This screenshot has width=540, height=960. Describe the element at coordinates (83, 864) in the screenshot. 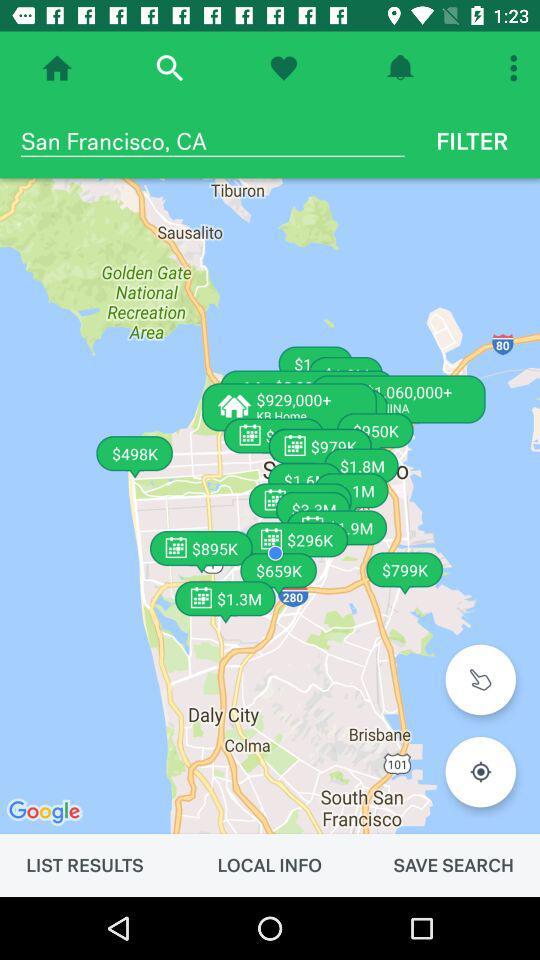

I see `list results` at that location.